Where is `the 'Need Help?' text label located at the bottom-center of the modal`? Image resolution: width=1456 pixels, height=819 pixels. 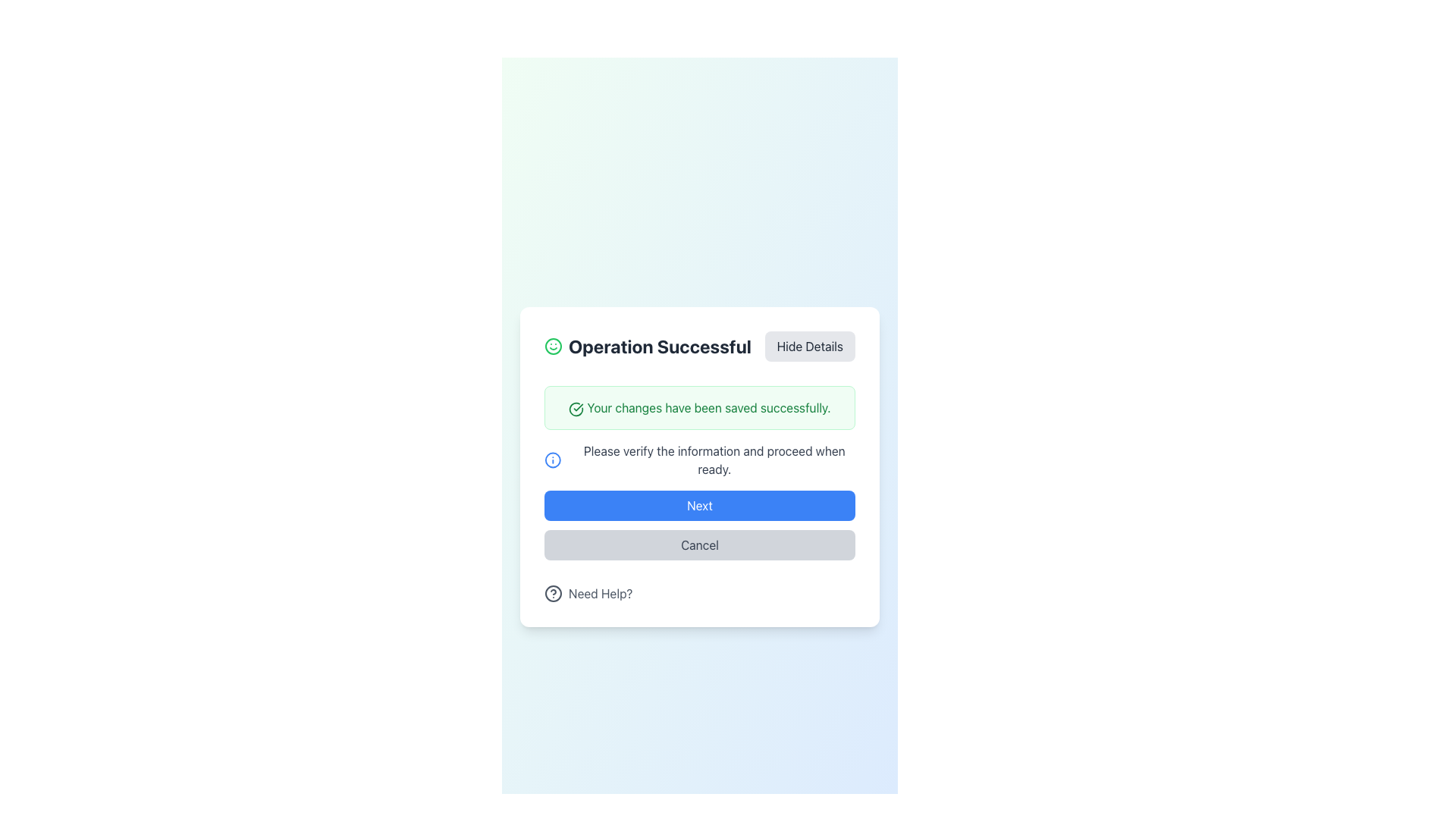
the 'Need Help?' text label located at the bottom-center of the modal is located at coordinates (600, 593).